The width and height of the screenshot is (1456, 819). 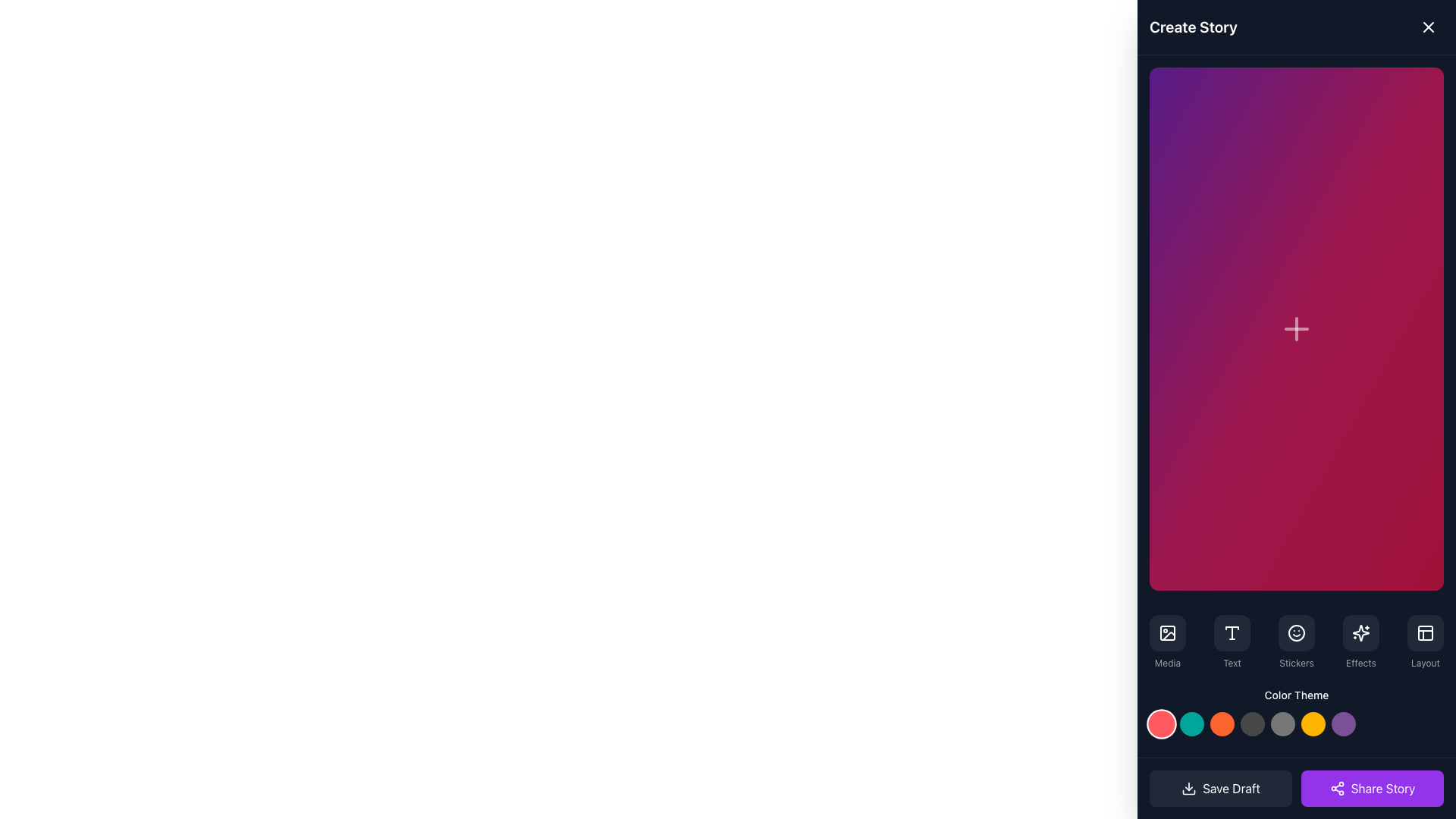 I want to click on the 'Text' button, which is positioned between the 'Media' and 'Stickers' options, so click(x=1232, y=641).